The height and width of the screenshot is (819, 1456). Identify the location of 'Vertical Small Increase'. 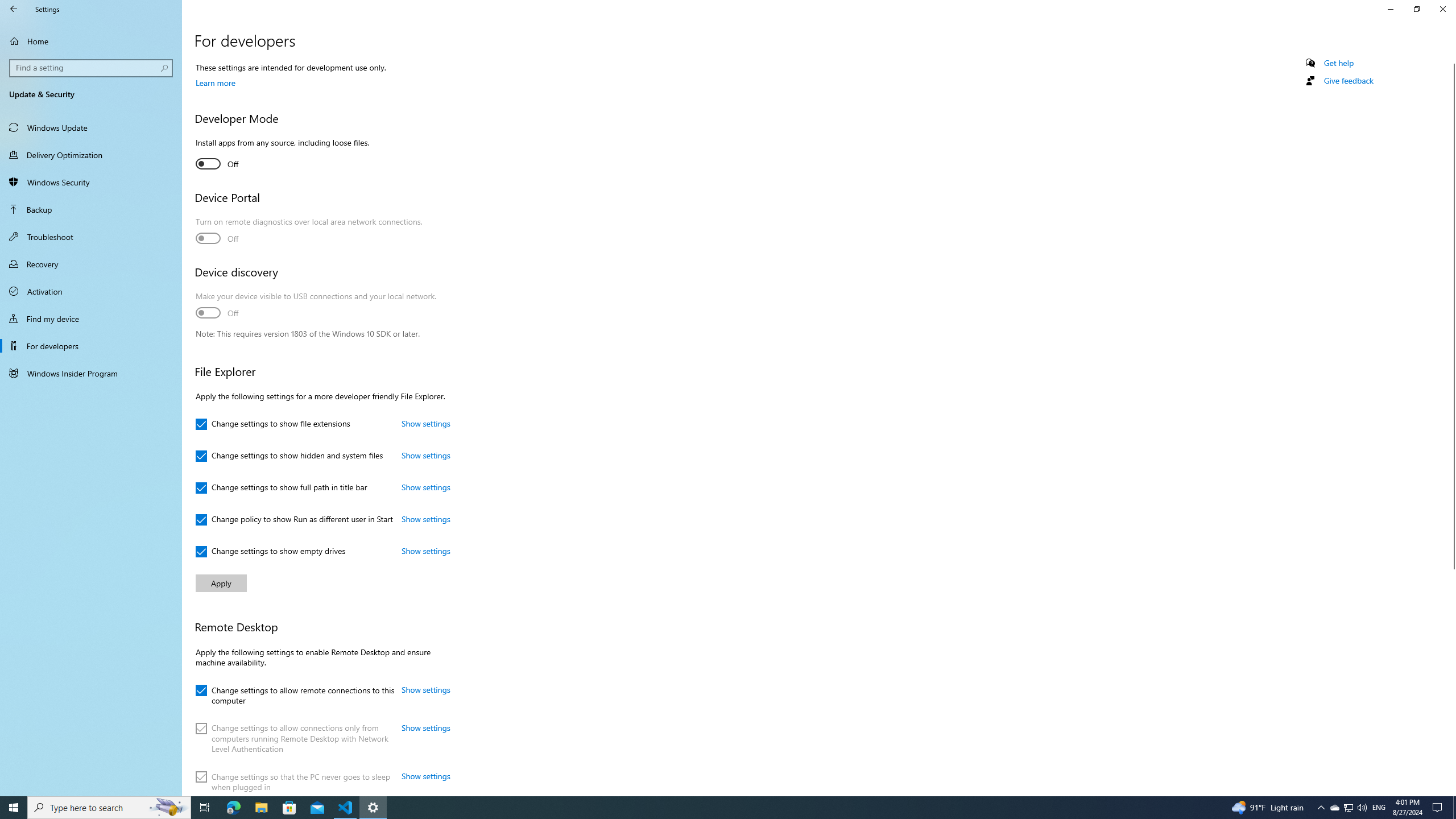
(1451, 791).